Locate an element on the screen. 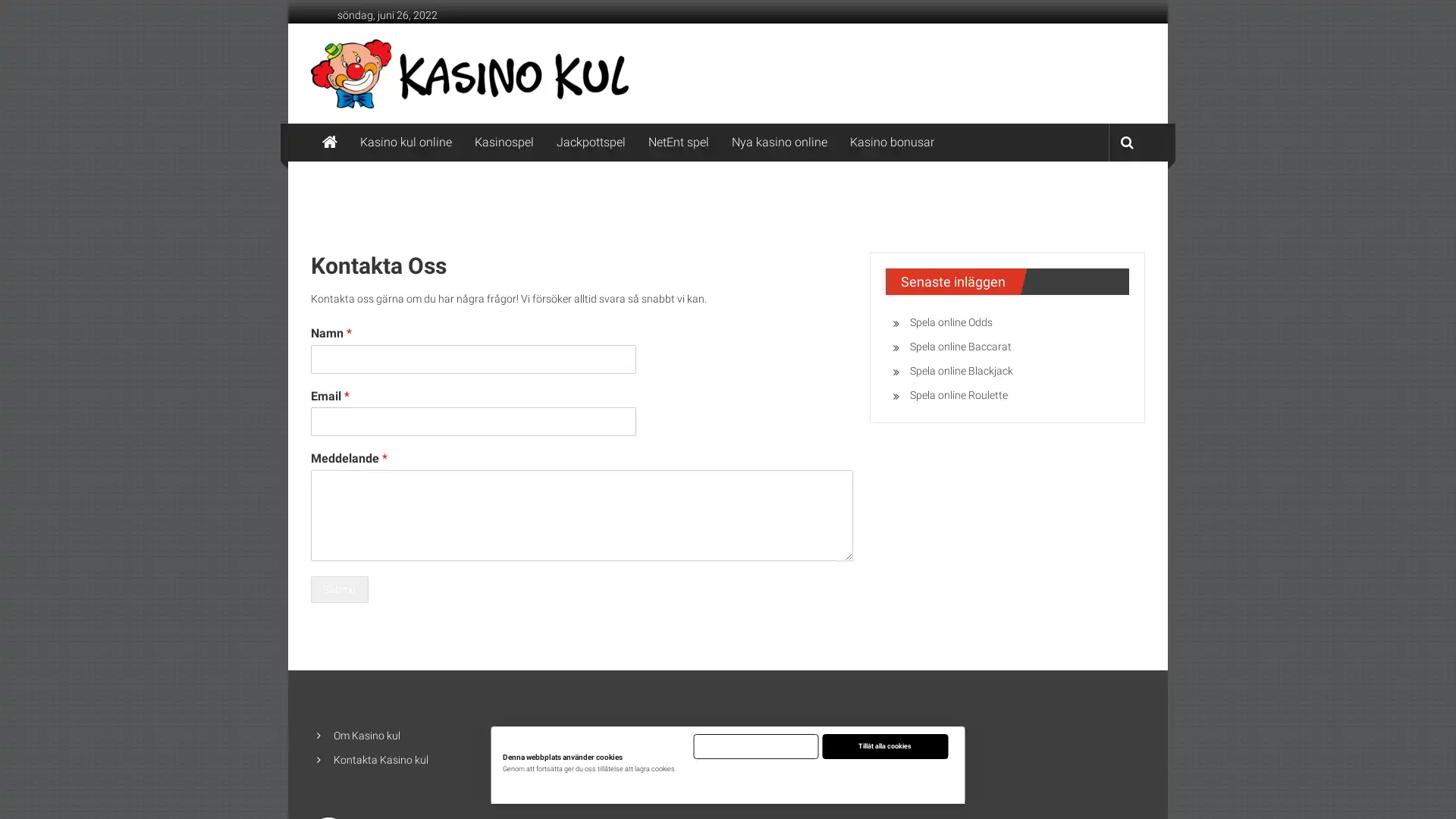 This screenshot has height=819, width=1456. Endast nodvandiga is located at coordinates (755, 745).